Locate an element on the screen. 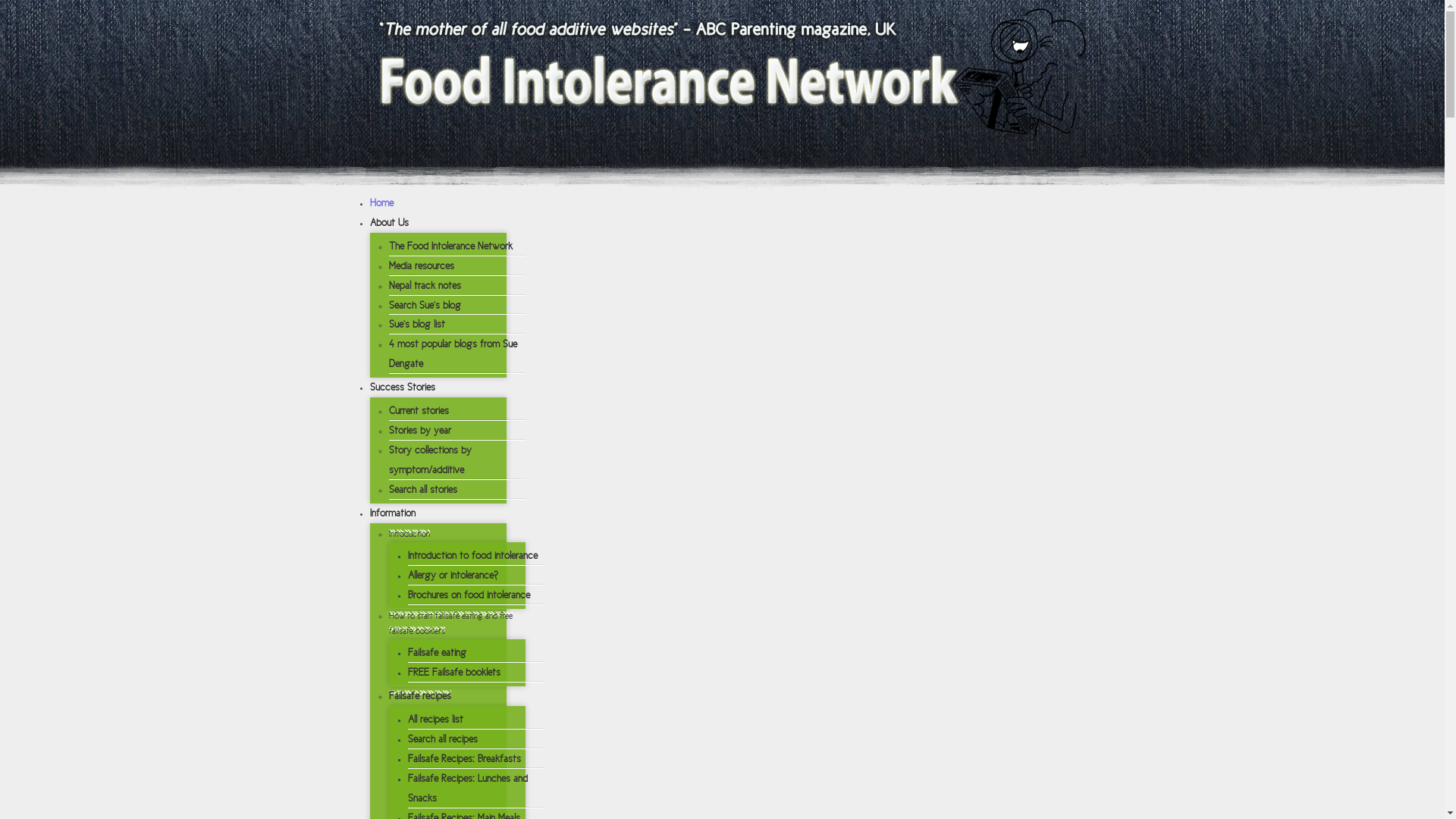 The height and width of the screenshot is (819, 1456). 'All recipes list' is located at coordinates (435, 718).